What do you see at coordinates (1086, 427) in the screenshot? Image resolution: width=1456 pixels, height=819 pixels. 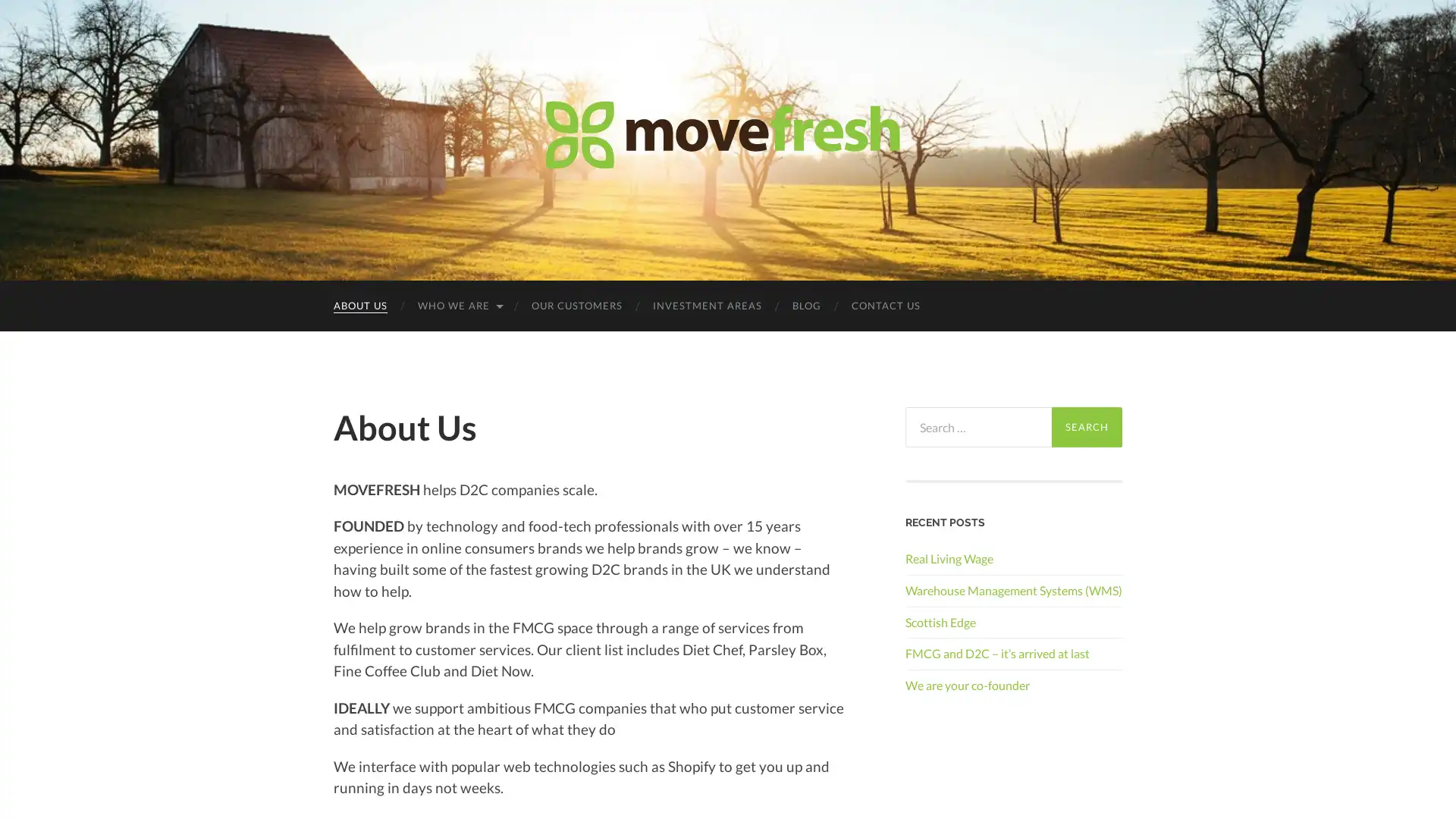 I see `Search` at bounding box center [1086, 427].